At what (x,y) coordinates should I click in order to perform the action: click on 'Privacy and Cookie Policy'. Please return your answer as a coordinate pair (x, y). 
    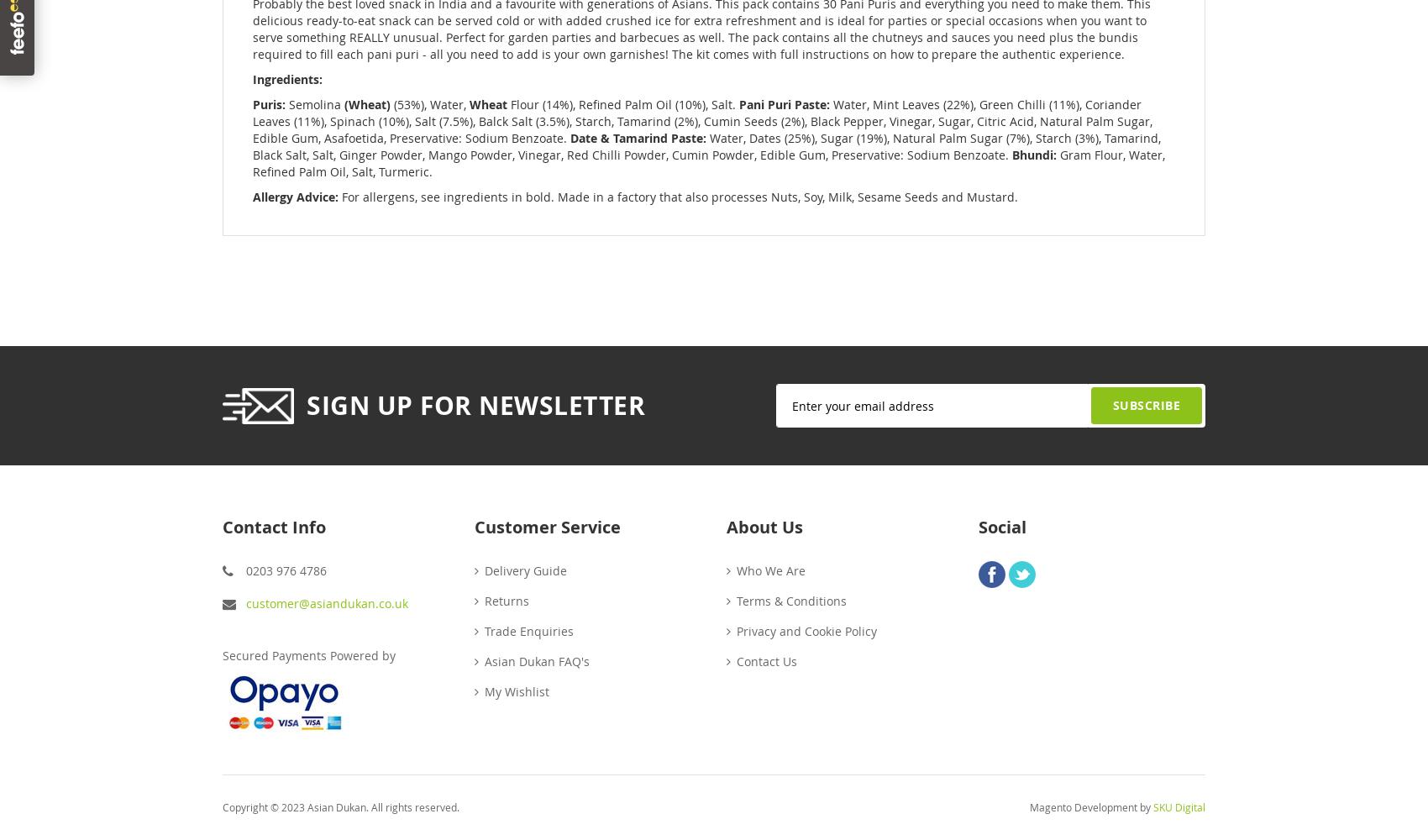
    Looking at the image, I should click on (806, 630).